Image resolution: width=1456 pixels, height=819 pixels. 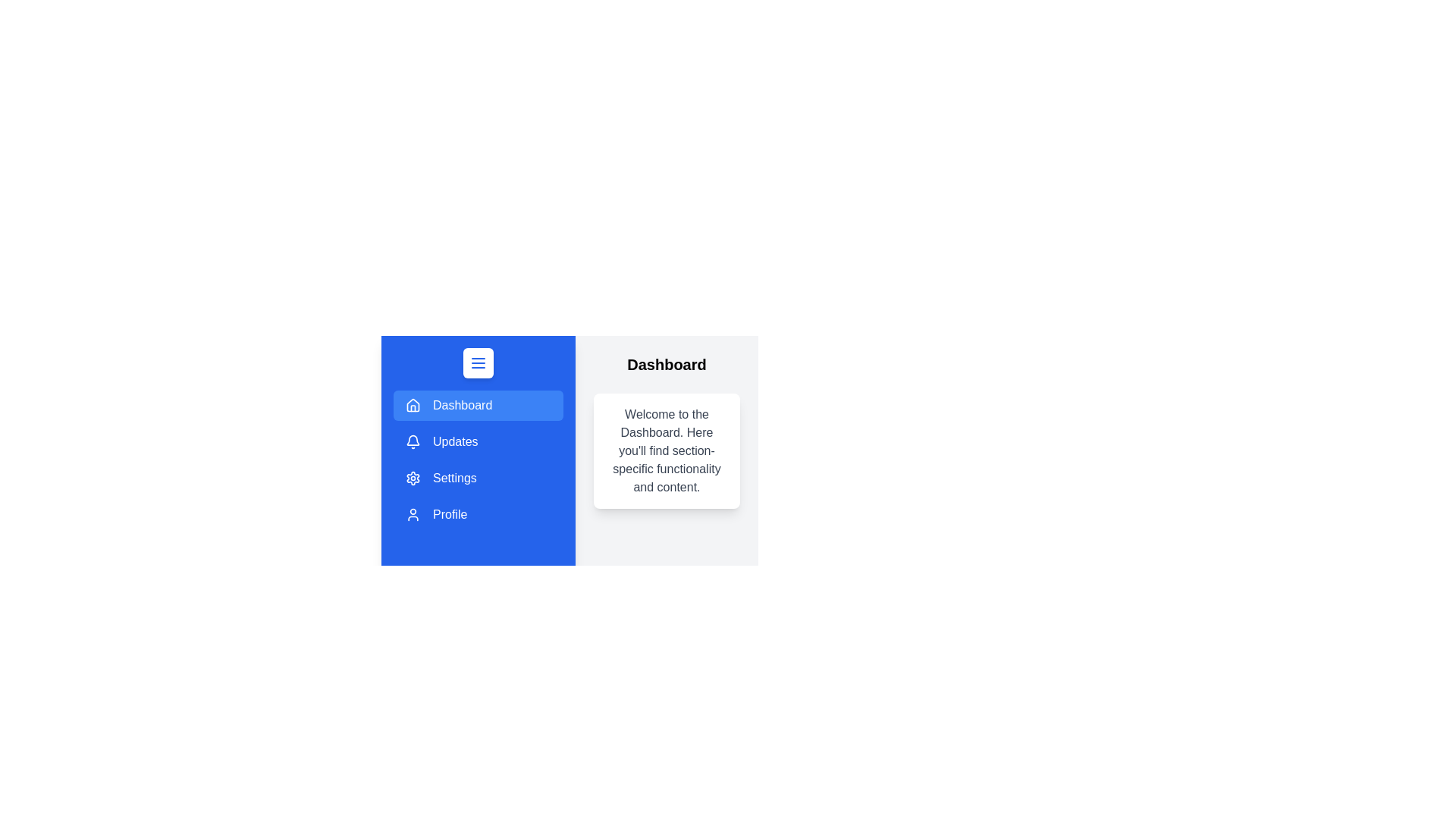 What do you see at coordinates (477, 479) in the screenshot?
I see `the menu item Settings to navigate to the corresponding page` at bounding box center [477, 479].